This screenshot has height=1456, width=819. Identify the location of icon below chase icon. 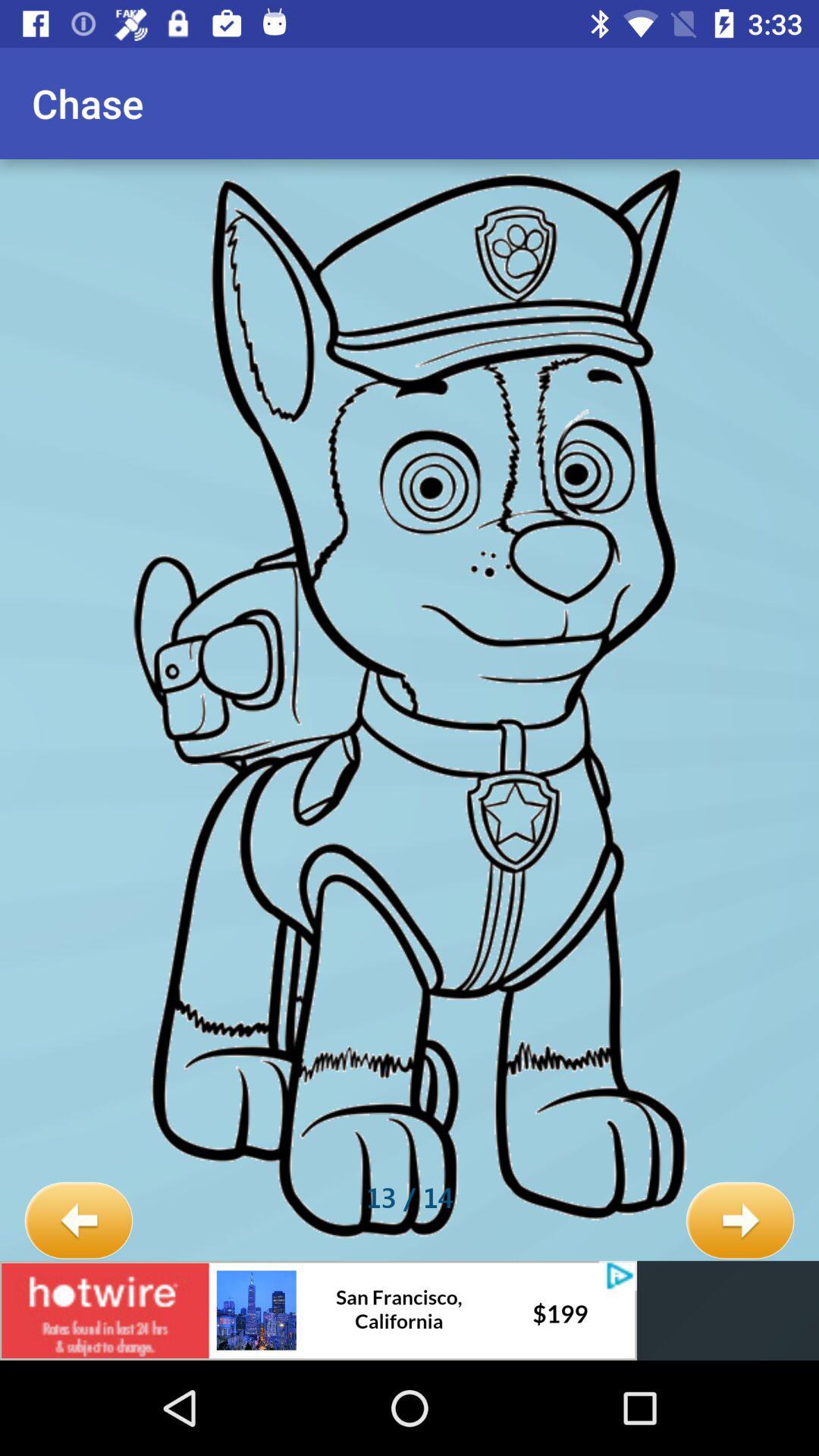
(78, 1221).